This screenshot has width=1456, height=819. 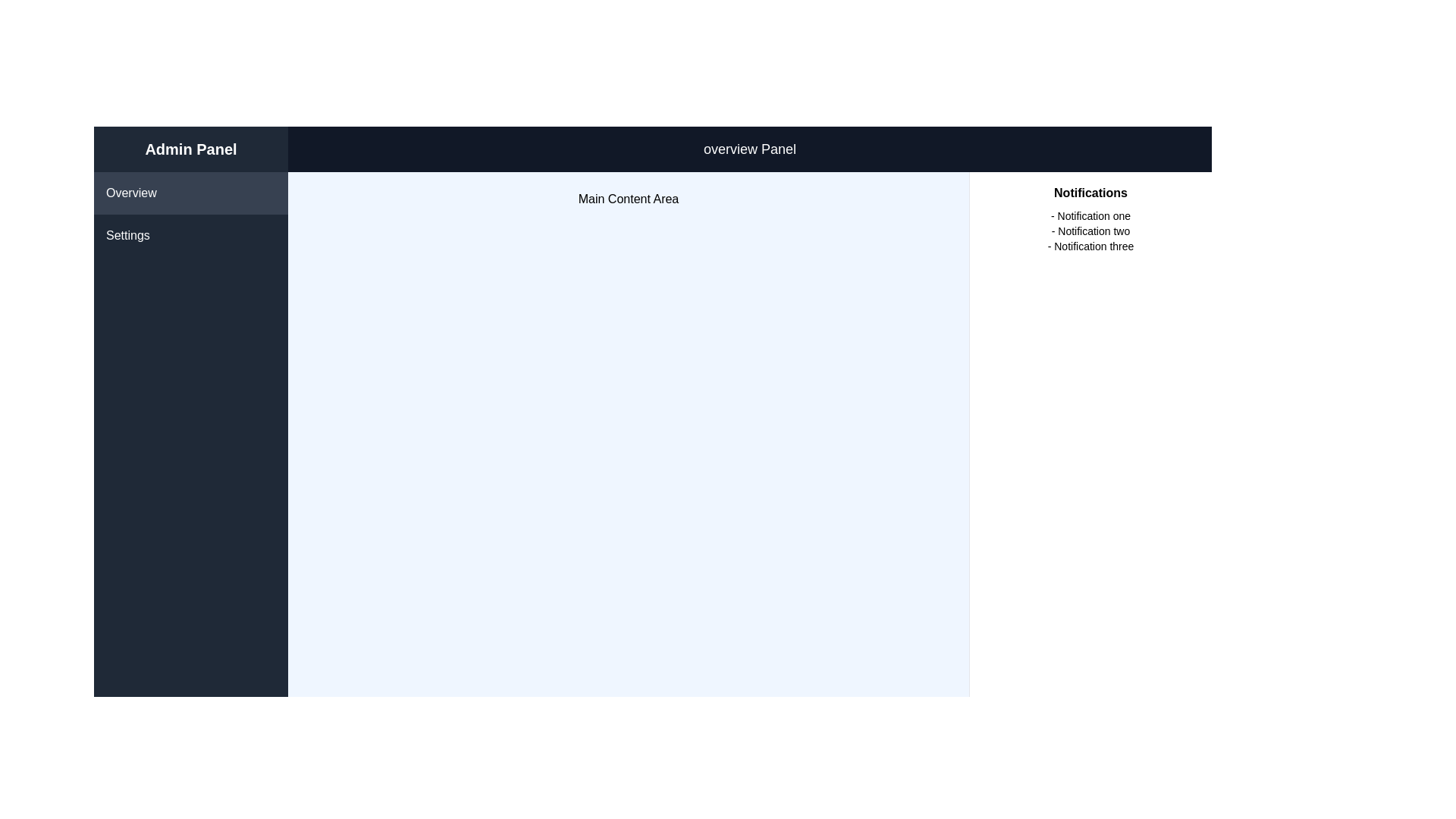 I want to click on notifications displayed in the text block located in the right sidebar under the title 'Notifications', so click(x=1090, y=231).